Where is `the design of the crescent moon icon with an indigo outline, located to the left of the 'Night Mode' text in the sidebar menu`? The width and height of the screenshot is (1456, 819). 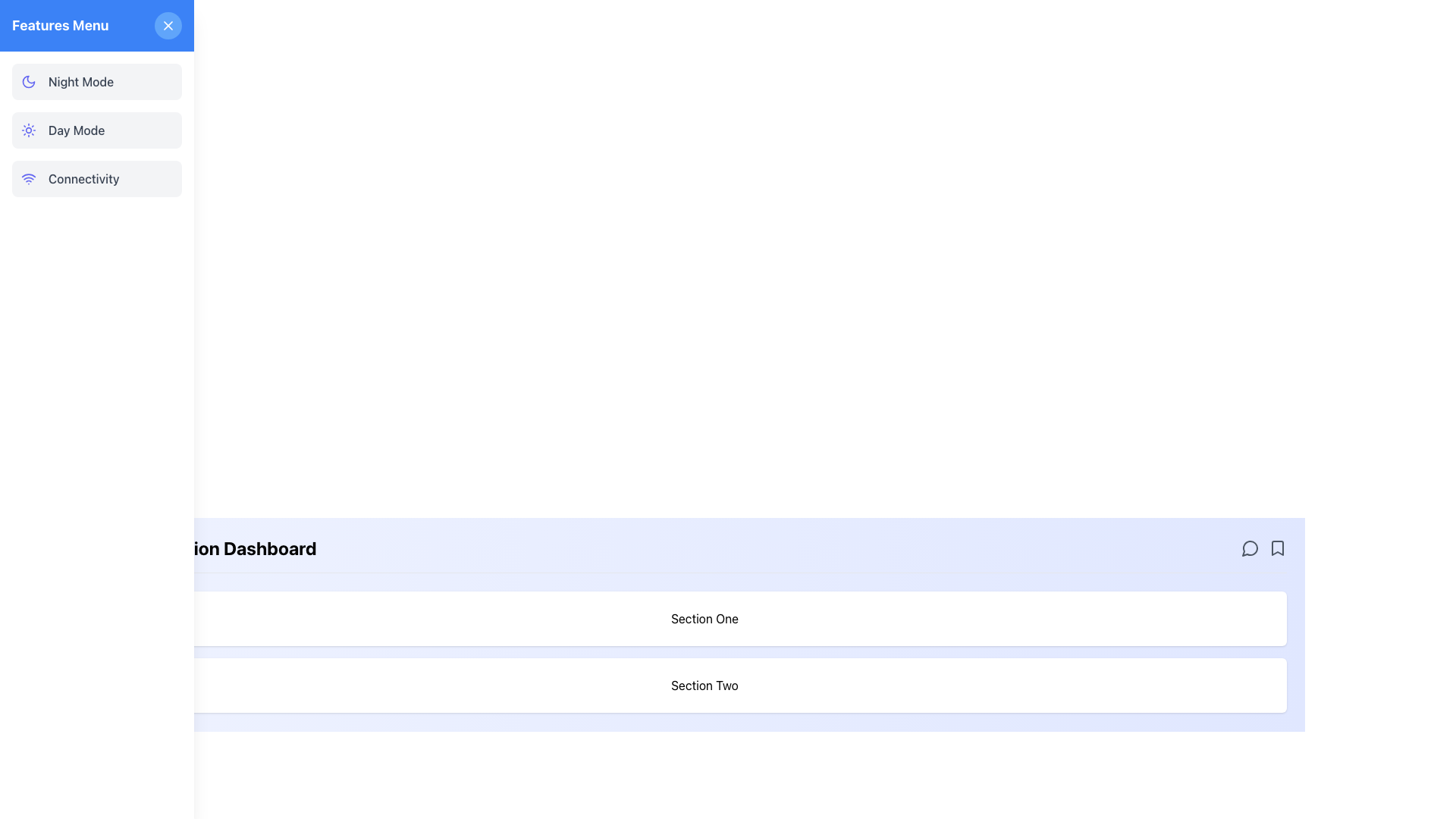 the design of the crescent moon icon with an indigo outline, located to the left of the 'Night Mode' text in the sidebar menu is located at coordinates (29, 82).